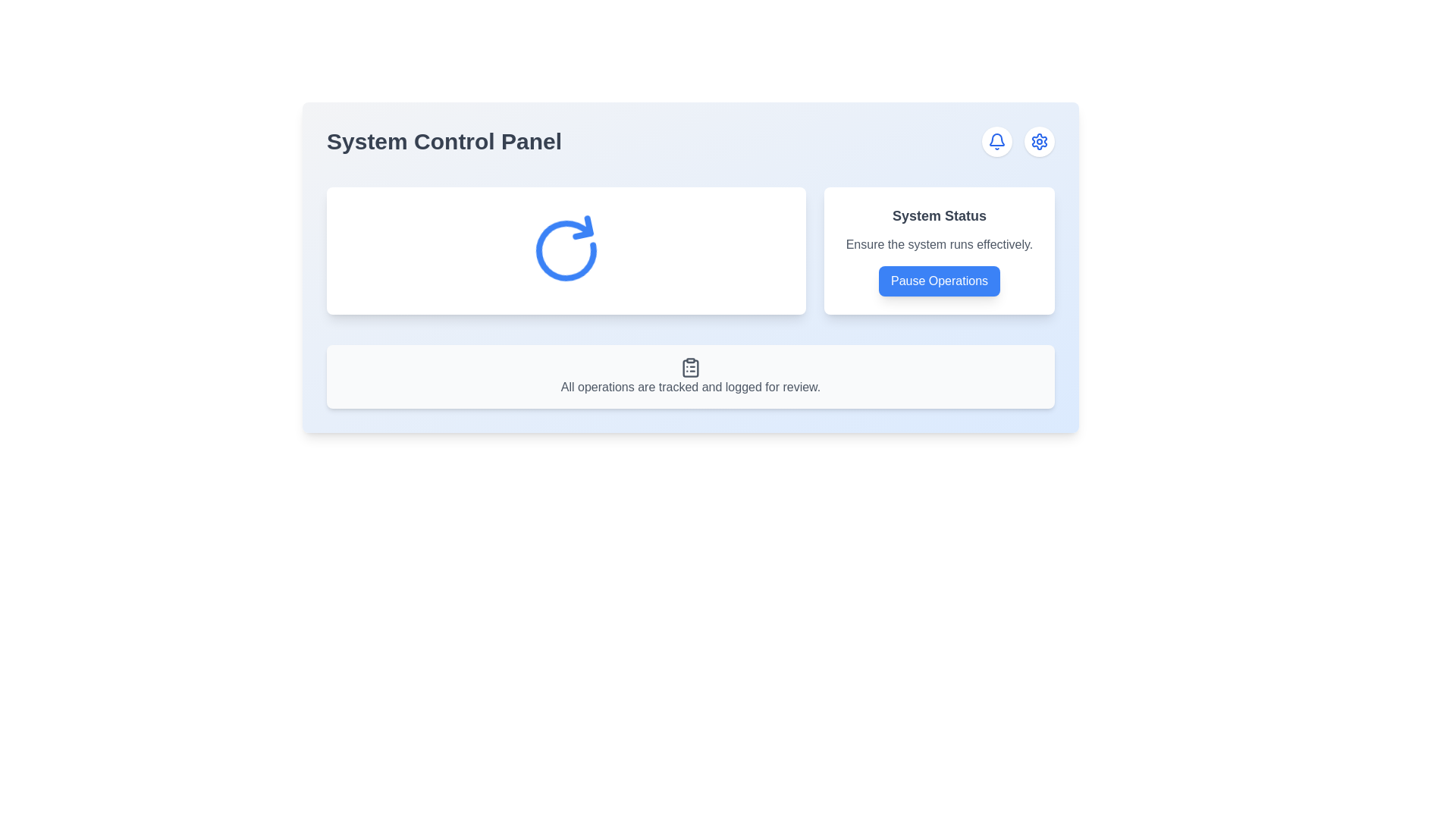  I want to click on the settings icon button located in the top-right corner of the interface, so click(1039, 141).